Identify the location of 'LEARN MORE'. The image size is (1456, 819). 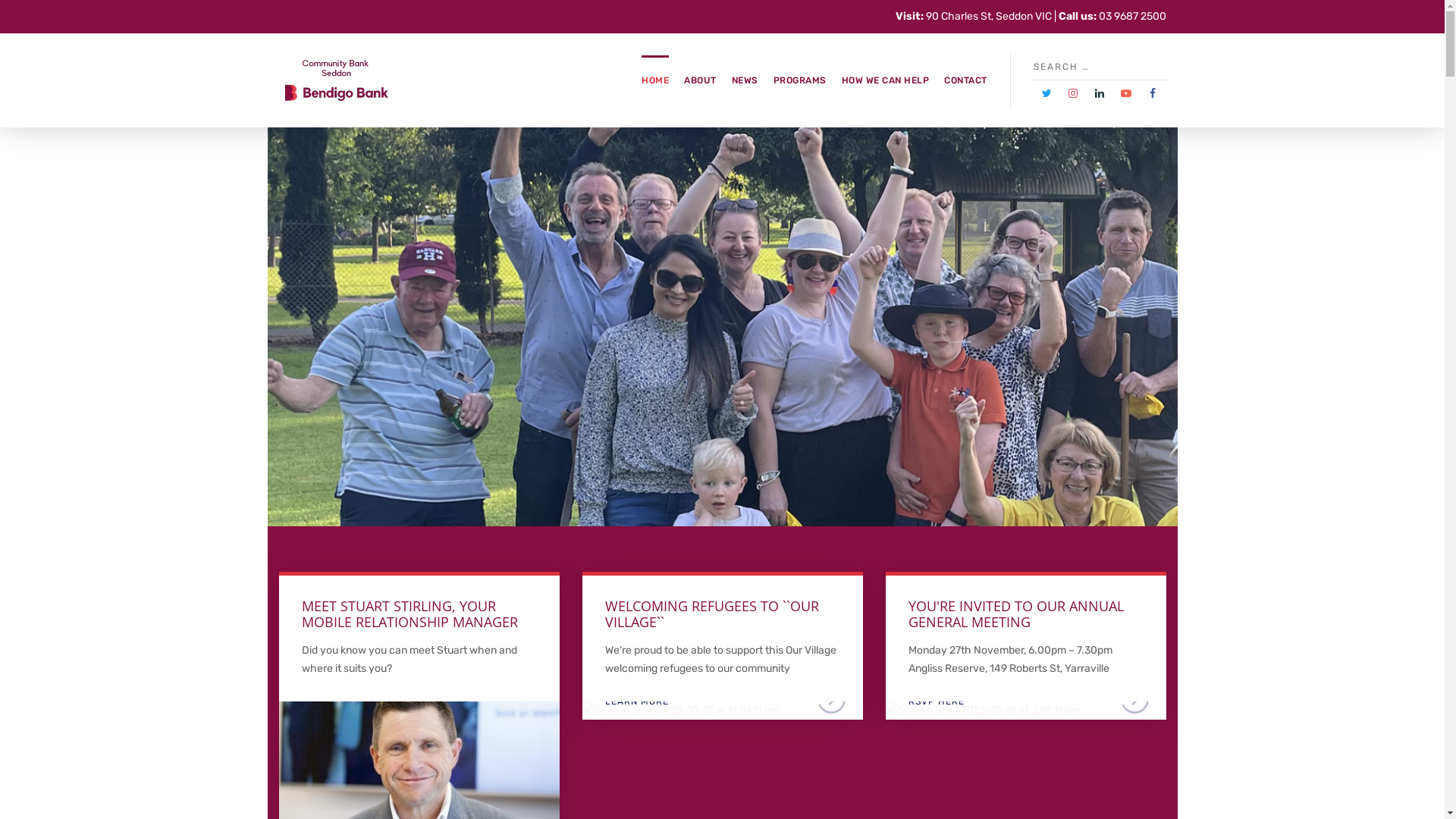
(582, 710).